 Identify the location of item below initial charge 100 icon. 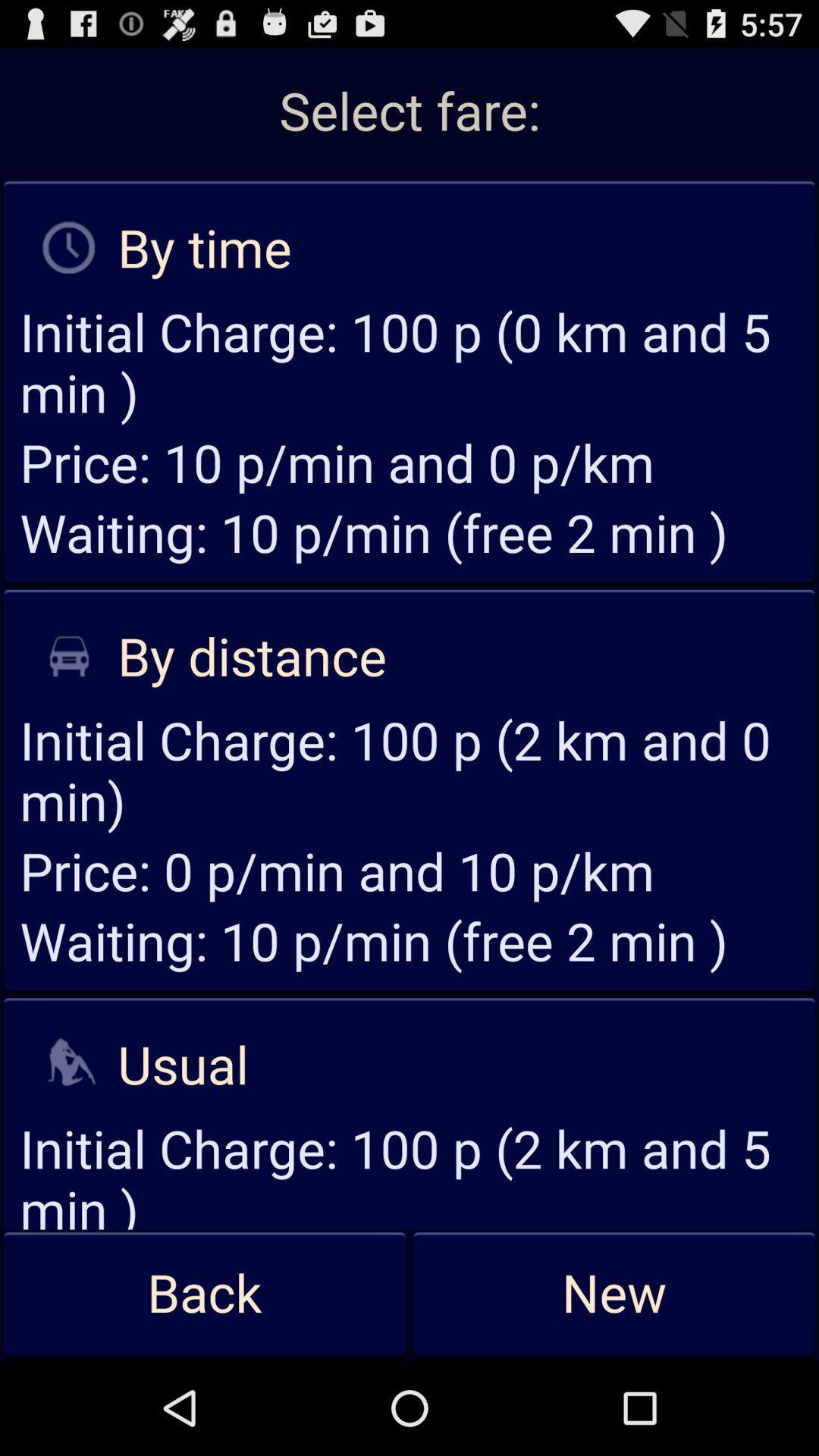
(614, 1294).